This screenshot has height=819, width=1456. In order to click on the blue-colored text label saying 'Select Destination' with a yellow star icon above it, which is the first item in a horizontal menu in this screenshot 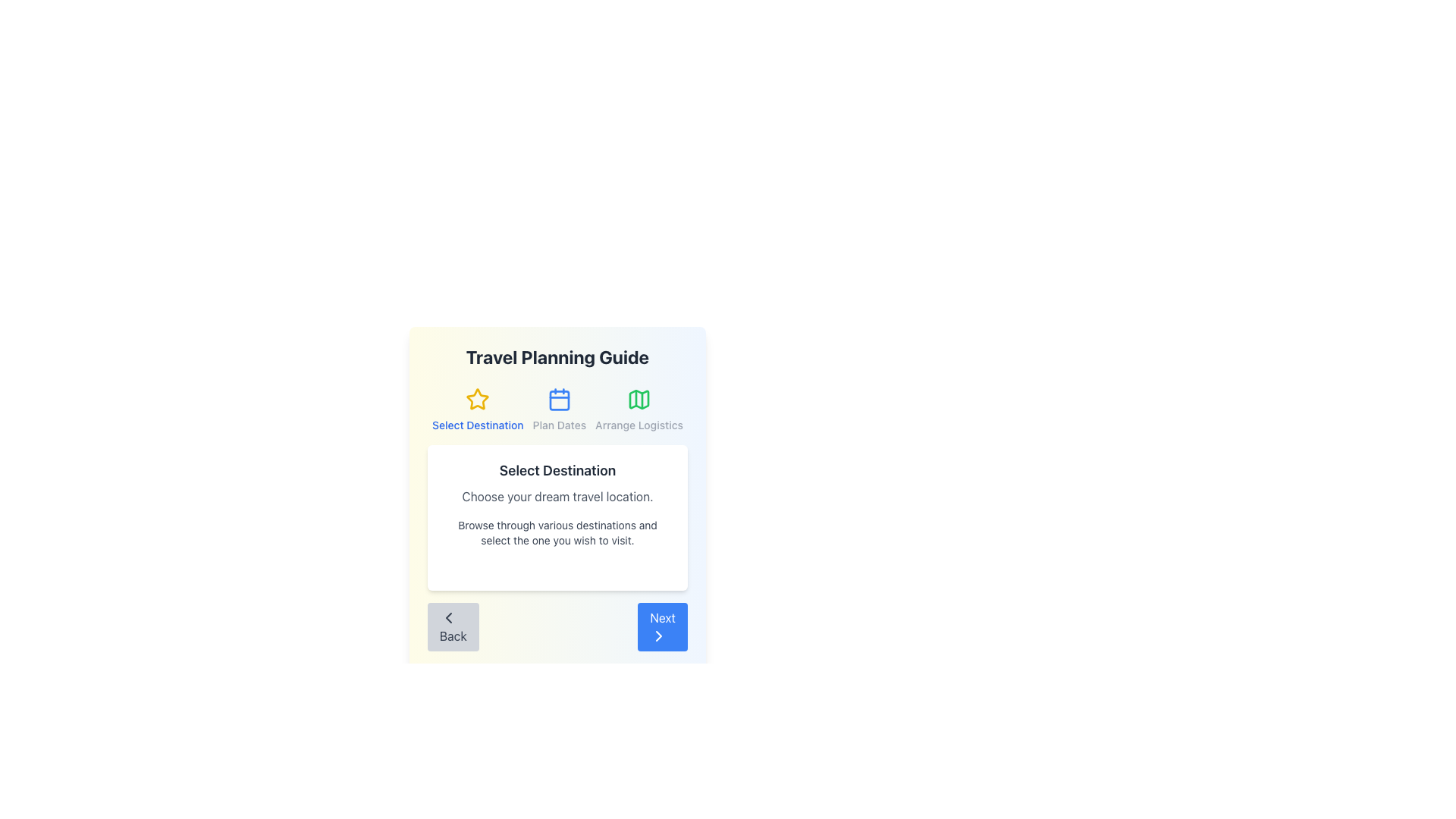, I will do `click(477, 409)`.